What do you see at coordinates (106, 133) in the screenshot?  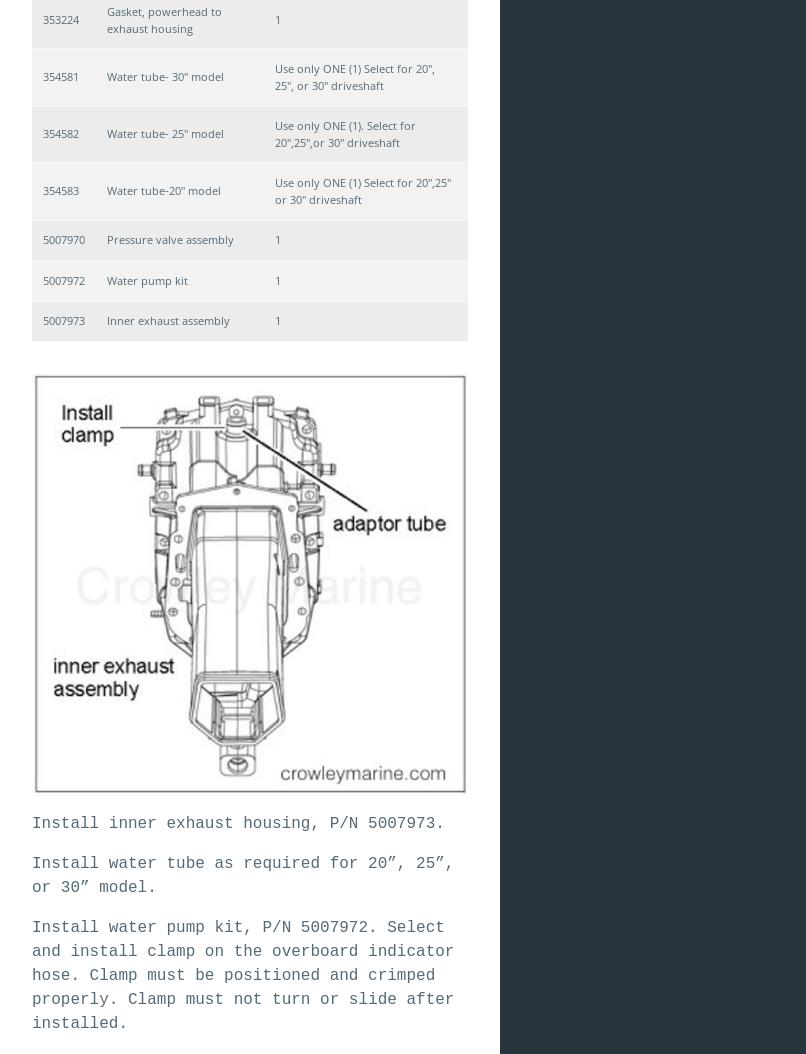 I see `'Water tube- 25" model'` at bounding box center [106, 133].